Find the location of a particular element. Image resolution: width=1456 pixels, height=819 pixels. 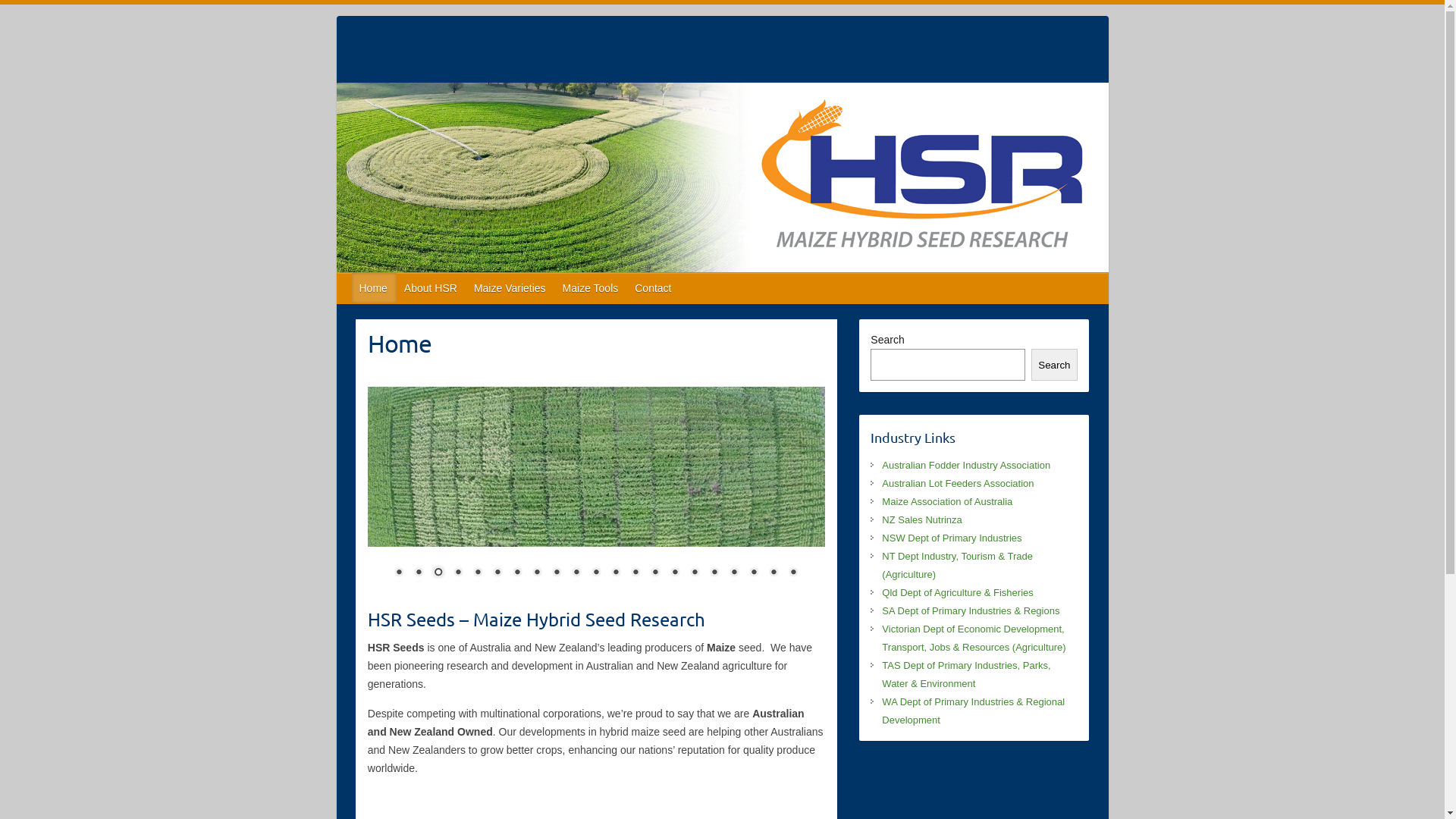

'9' is located at coordinates (556, 573).